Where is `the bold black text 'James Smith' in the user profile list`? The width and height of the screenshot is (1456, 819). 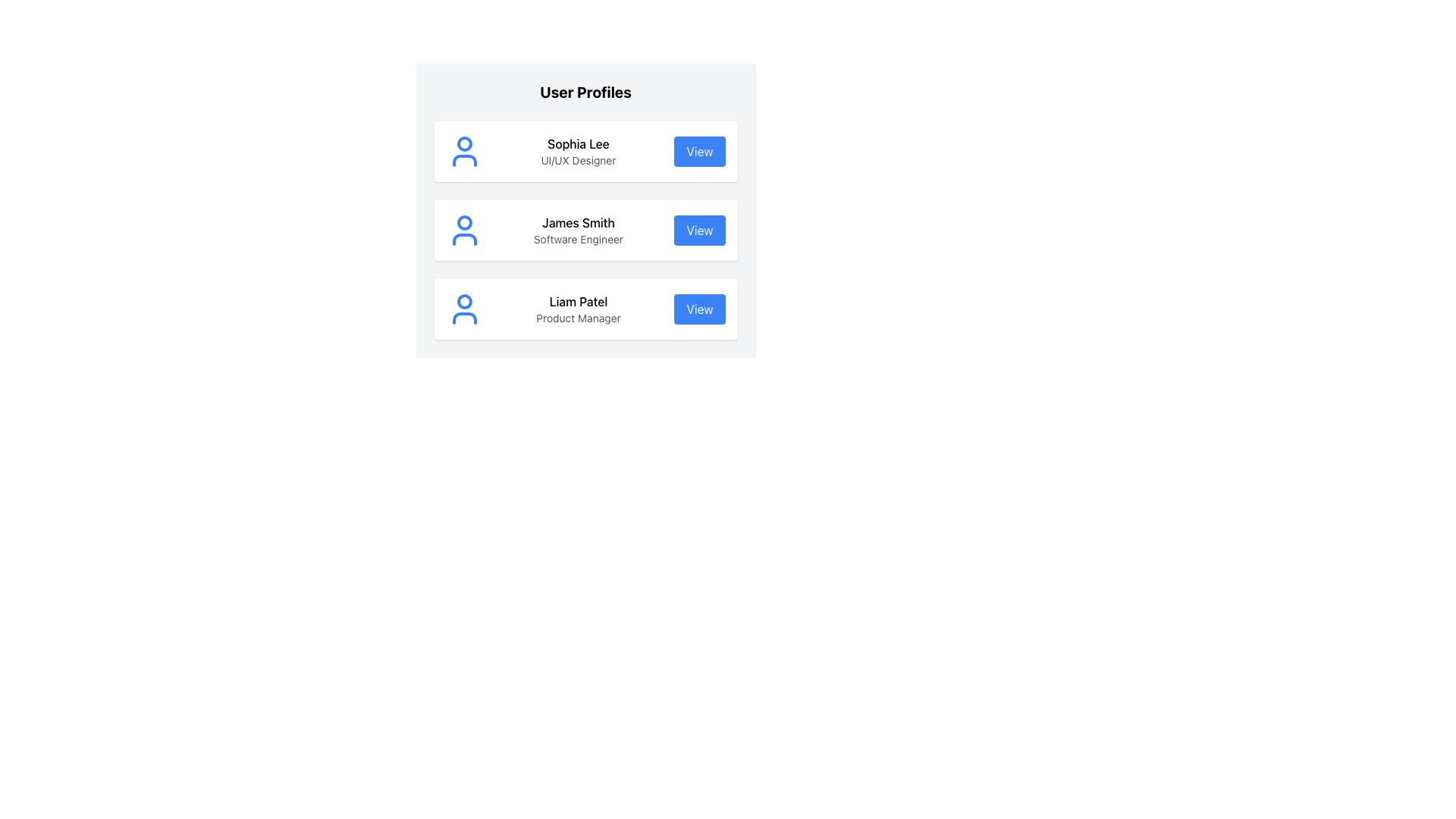 the bold black text 'James Smith' in the user profile list is located at coordinates (578, 222).